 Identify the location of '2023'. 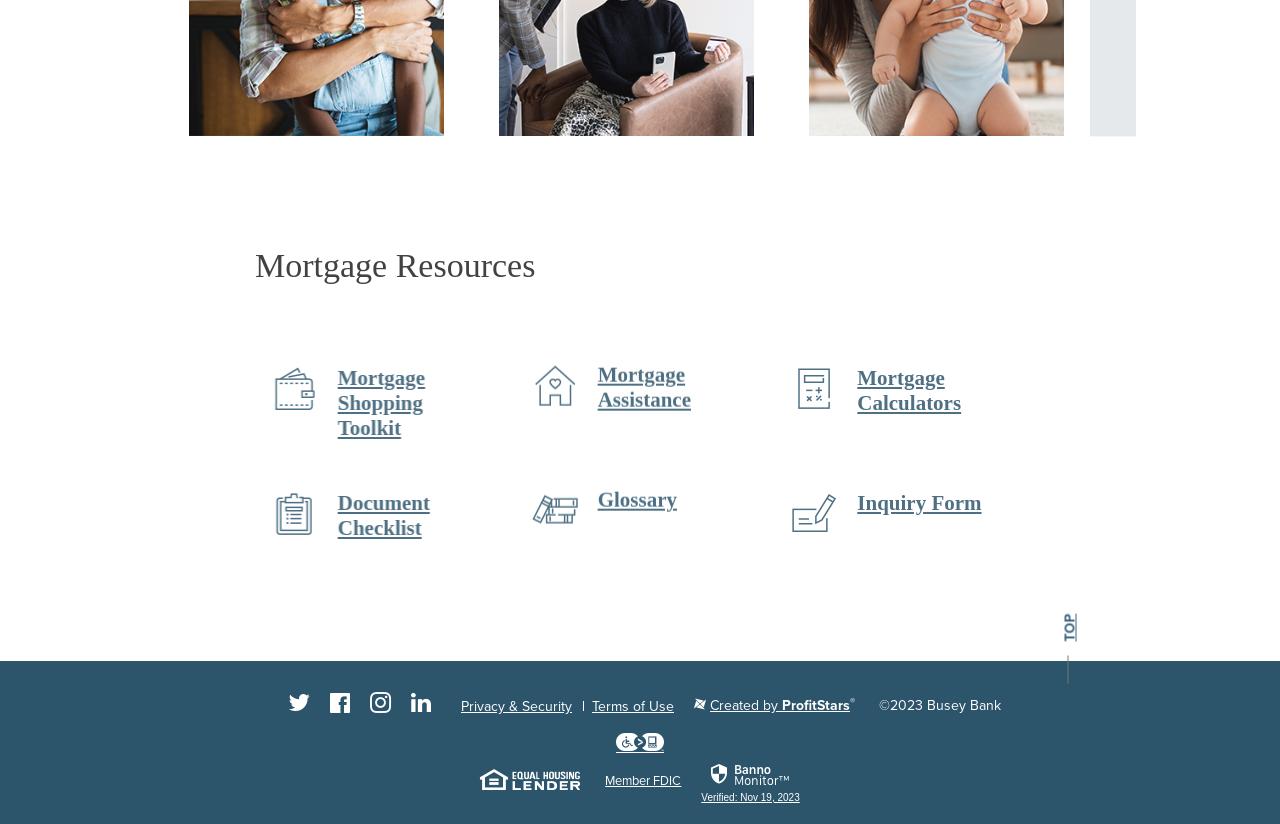
(905, 704).